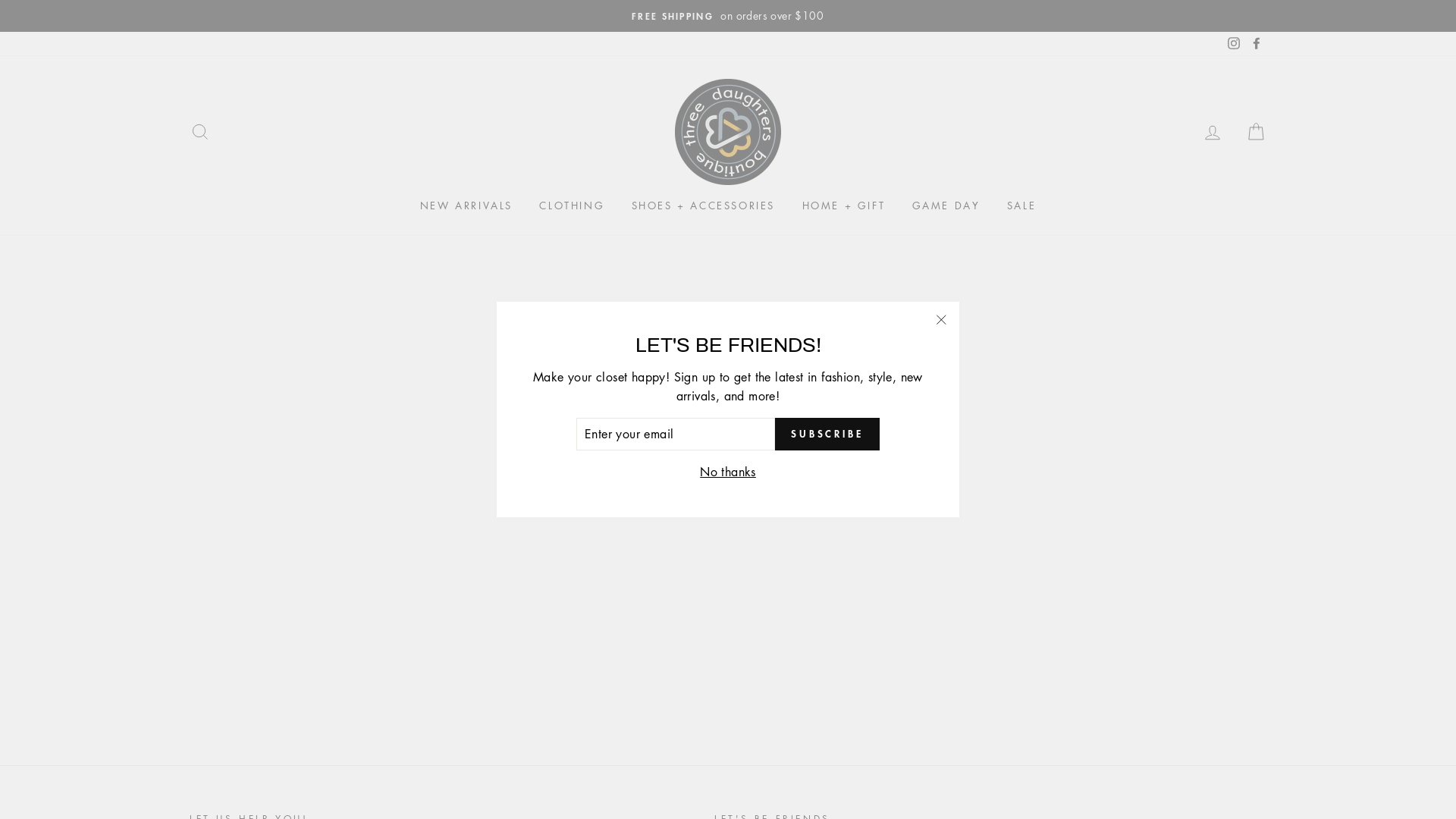 This screenshot has height=819, width=1456. I want to click on 'No thanks', so click(728, 472).